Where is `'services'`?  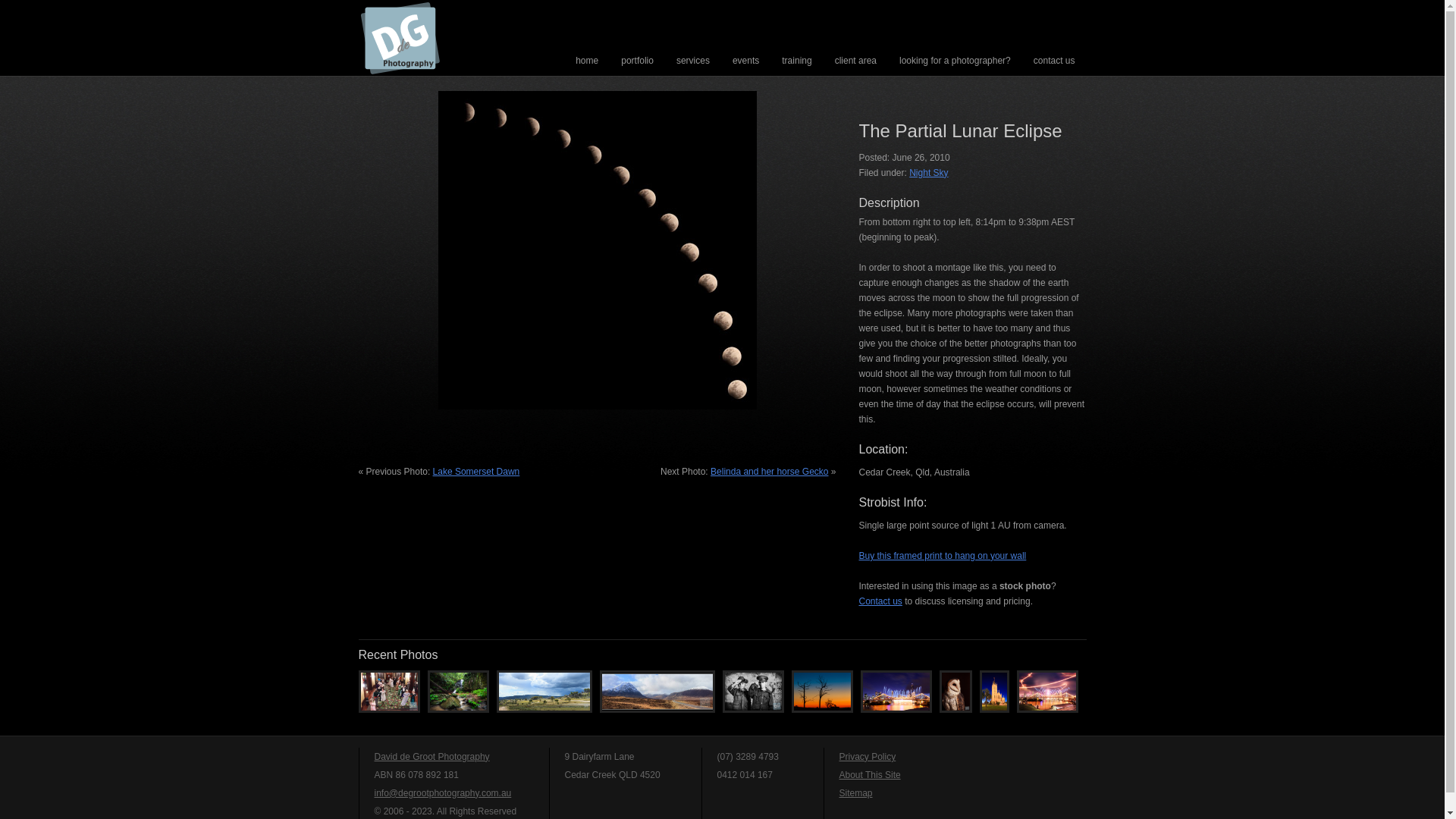
'services' is located at coordinates (692, 61).